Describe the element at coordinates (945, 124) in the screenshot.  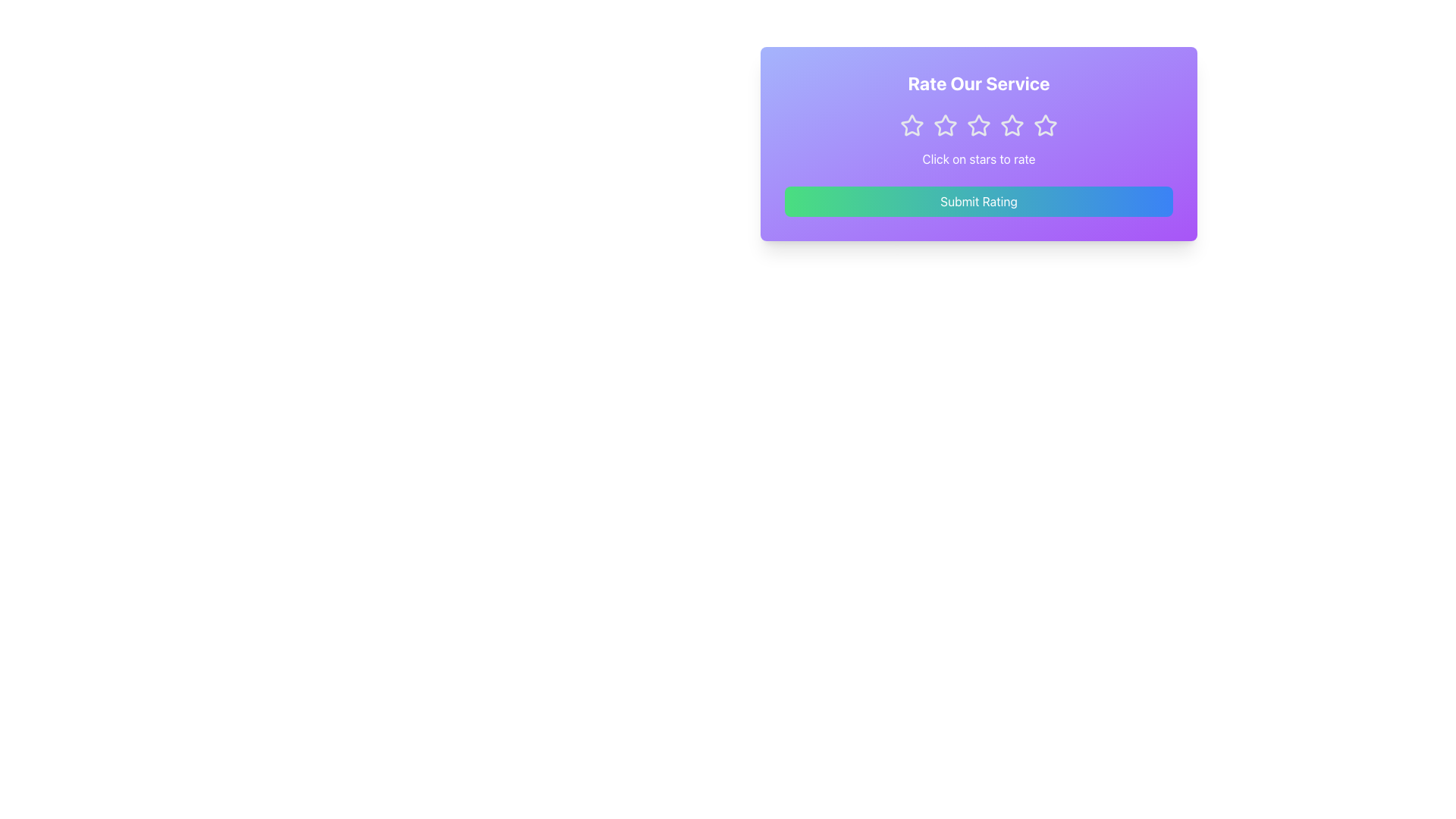
I see `the third star-shaped rating icon in the 'Rate Our Service' section` at that location.